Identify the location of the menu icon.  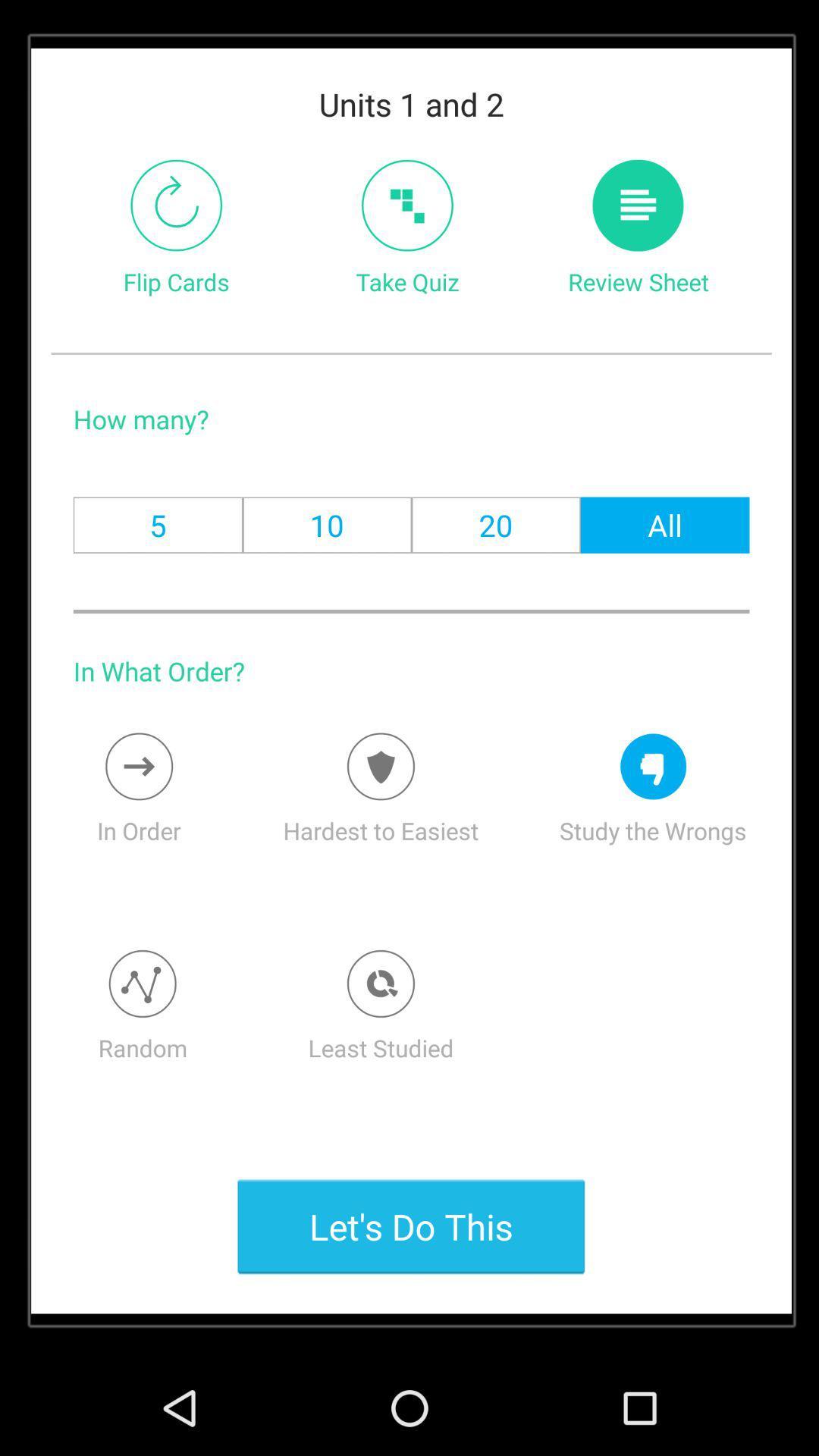
(638, 219).